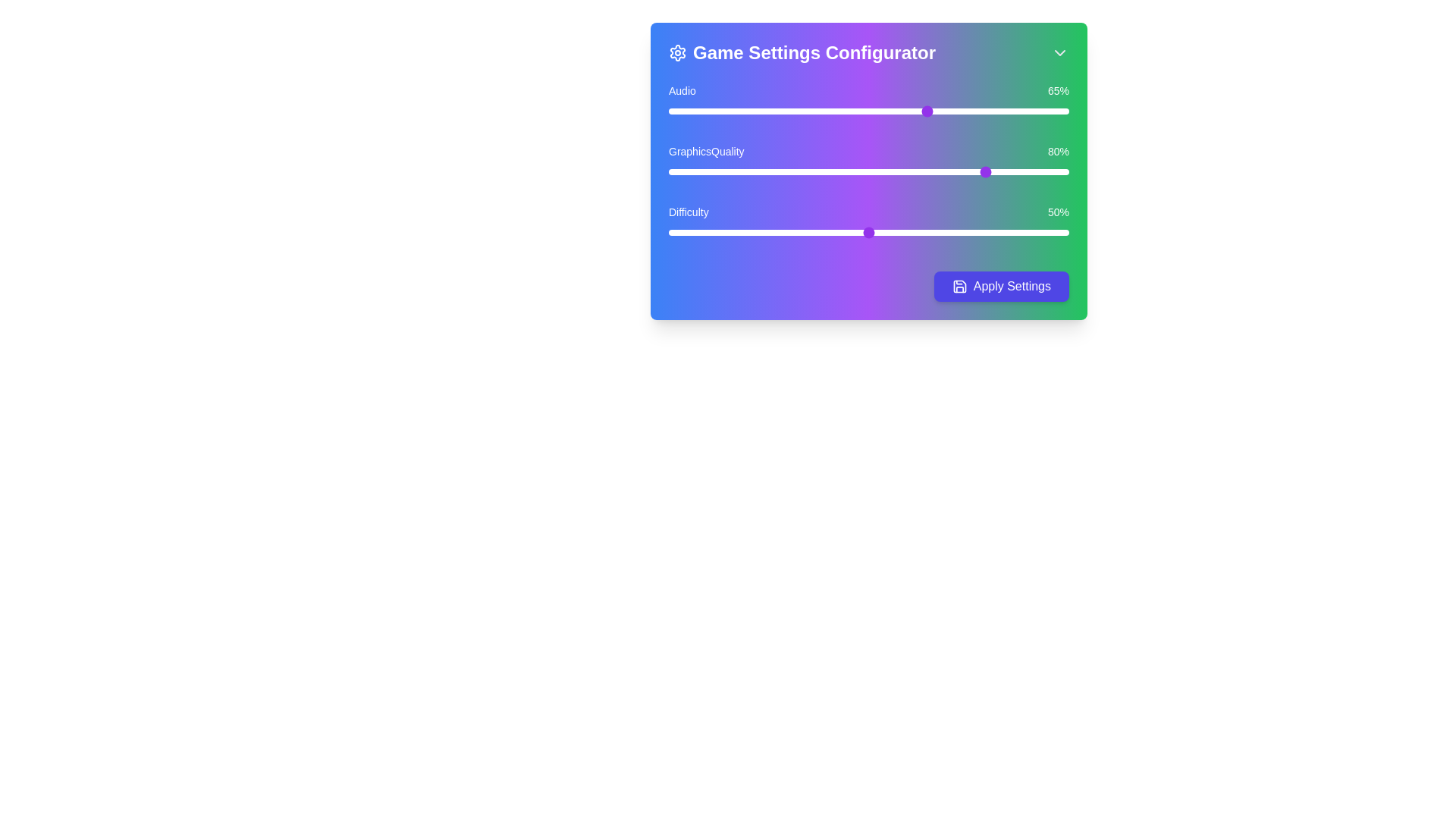  What do you see at coordinates (1001, 287) in the screenshot?
I see `the confirm button in the 'Game Settings Configurator' to apply settings` at bounding box center [1001, 287].